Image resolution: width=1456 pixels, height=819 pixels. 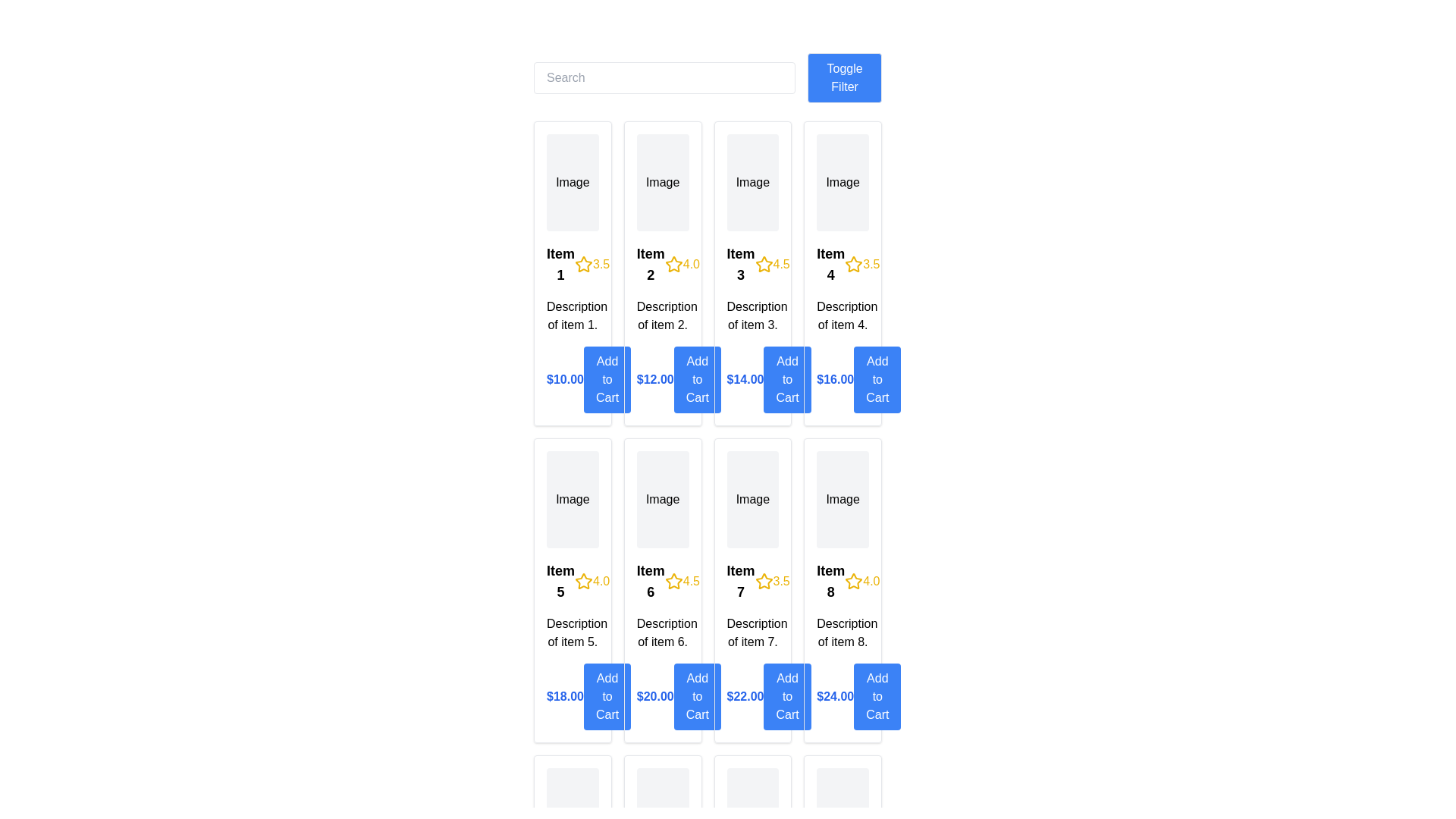 I want to click on the star-shaped rating icon, which is styled with a yellow stroke and is located to the left of the numeric rating '4.0' for 'Item 8' in the second row and fourth column of the item grid, so click(x=854, y=581).